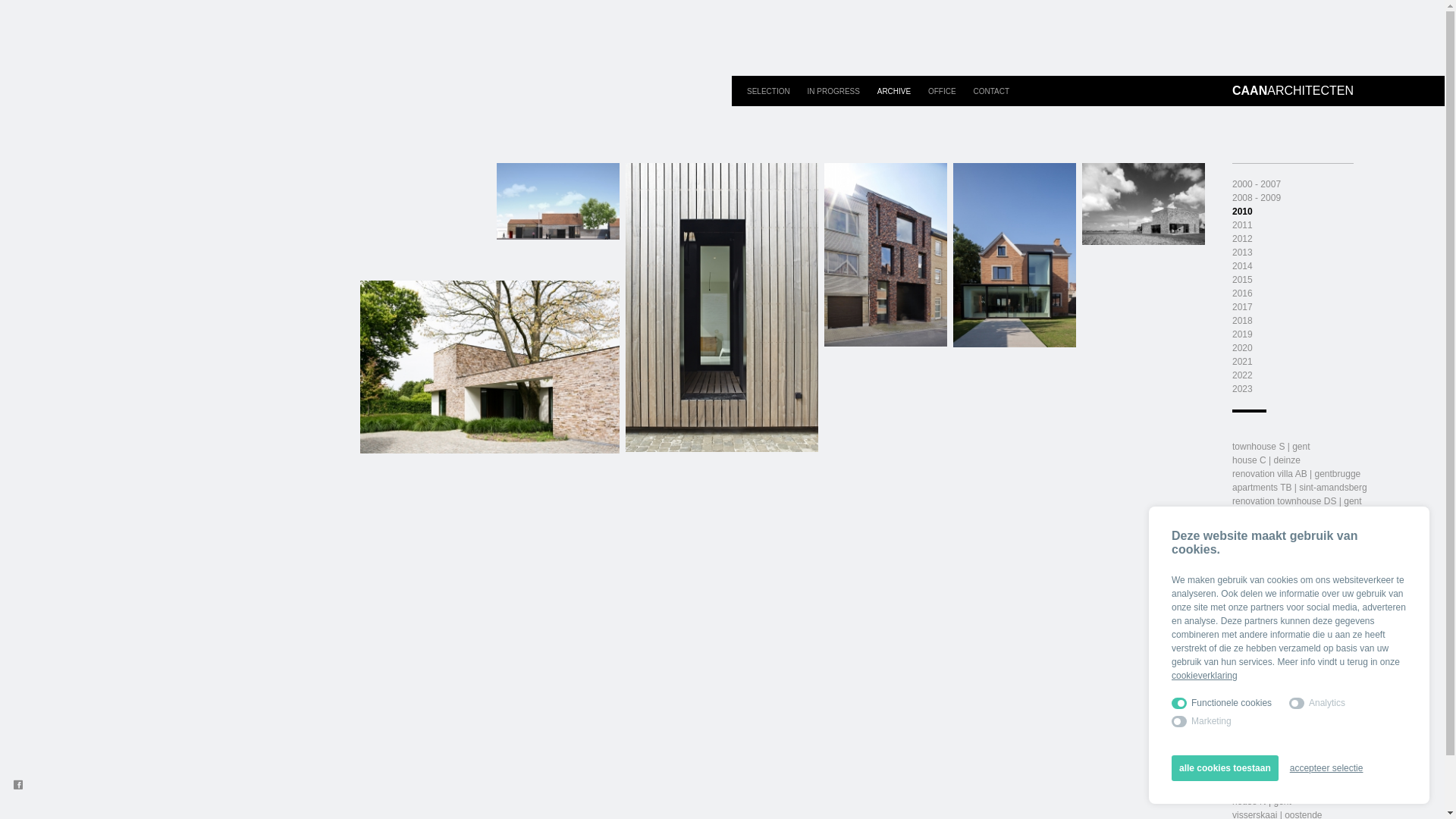 This screenshot has height=819, width=1456. Describe the element at coordinates (1288, 768) in the screenshot. I see `'accepteer selectie'` at that location.